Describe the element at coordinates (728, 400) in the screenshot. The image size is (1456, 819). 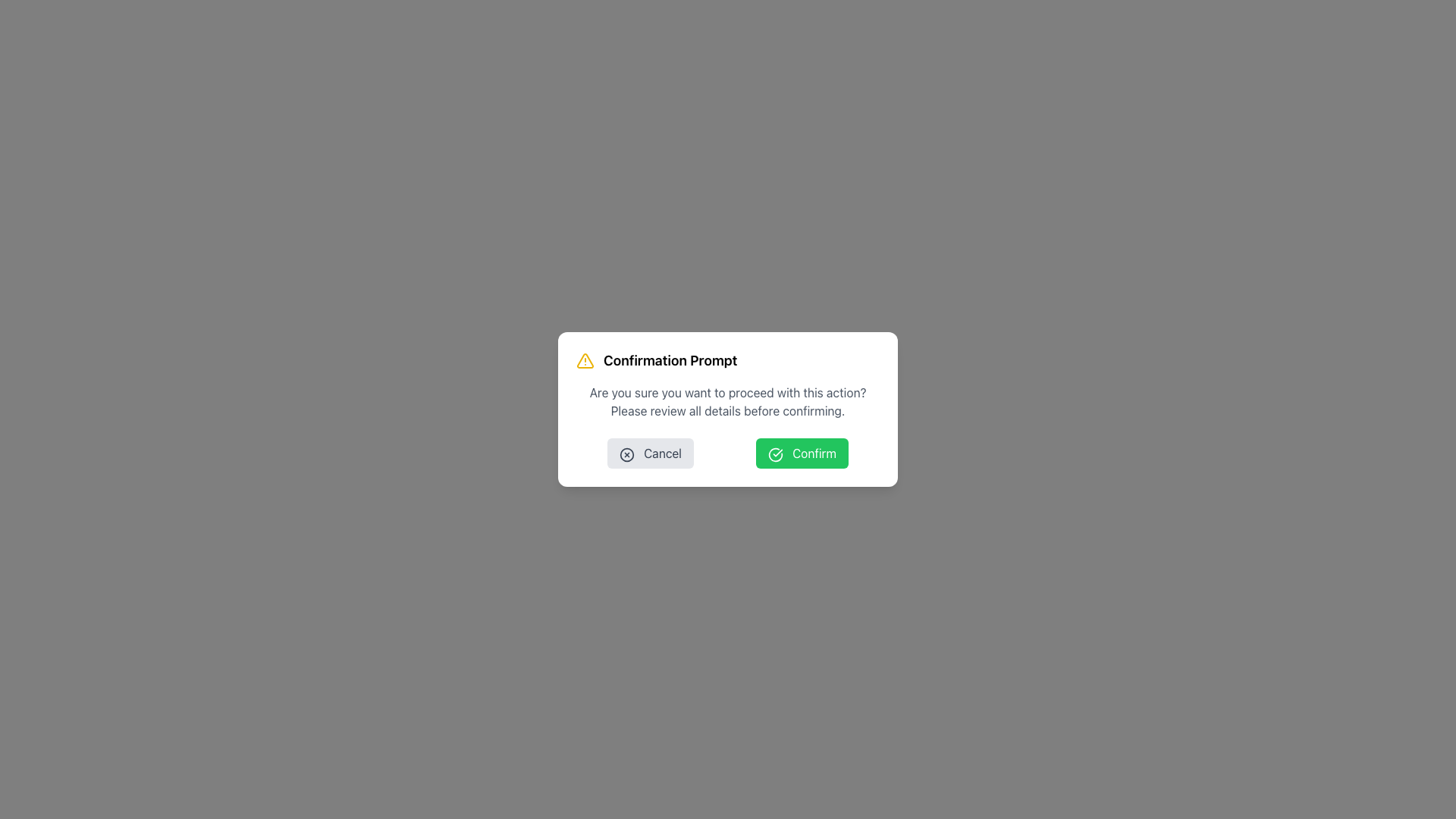
I see `warning or confirmation message presented in the gray font of the Static Text located centrally in the confirmation dialog box, below the title 'Confirmation Prompt' and above the action buttons 'Cancel' and 'Confirm'` at that location.